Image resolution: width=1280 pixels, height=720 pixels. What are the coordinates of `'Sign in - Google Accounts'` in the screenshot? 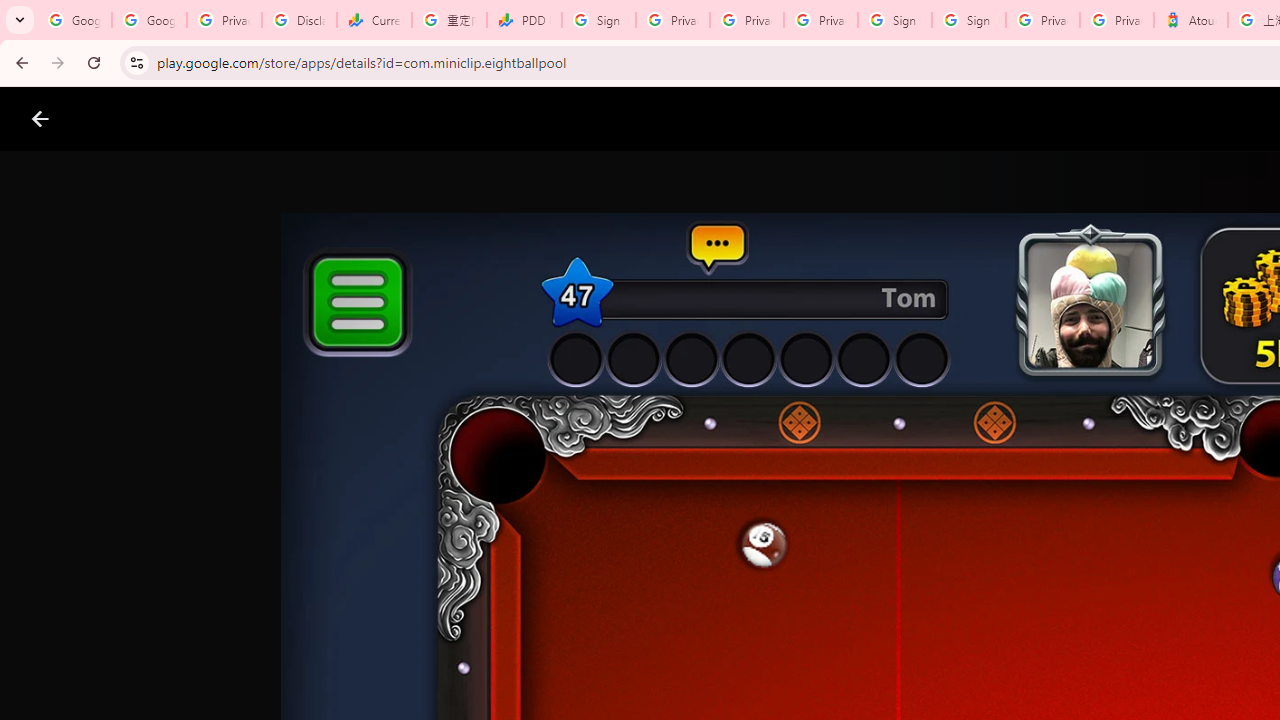 It's located at (893, 20).